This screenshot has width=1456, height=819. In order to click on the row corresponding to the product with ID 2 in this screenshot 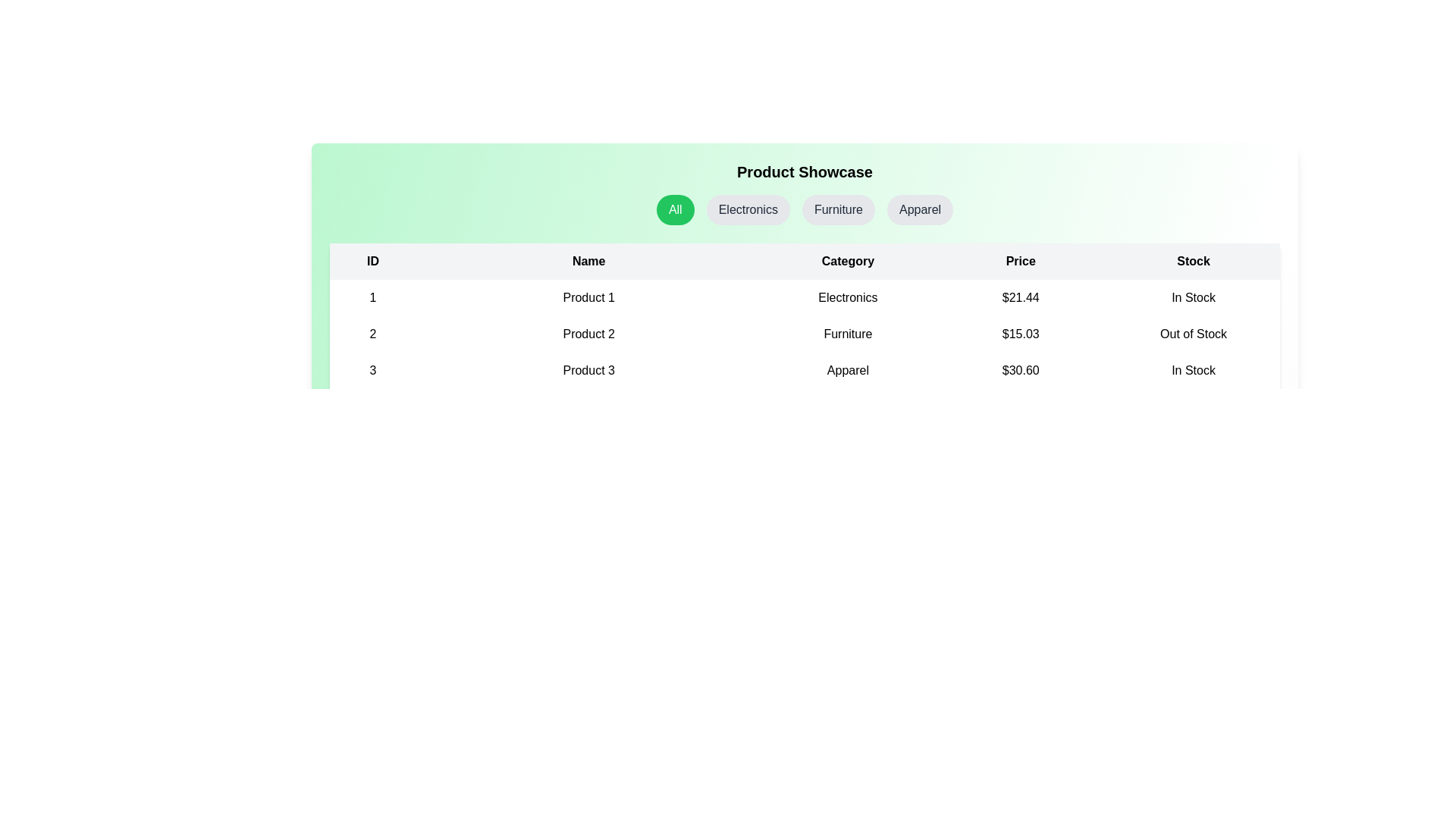, I will do `click(804, 333)`.